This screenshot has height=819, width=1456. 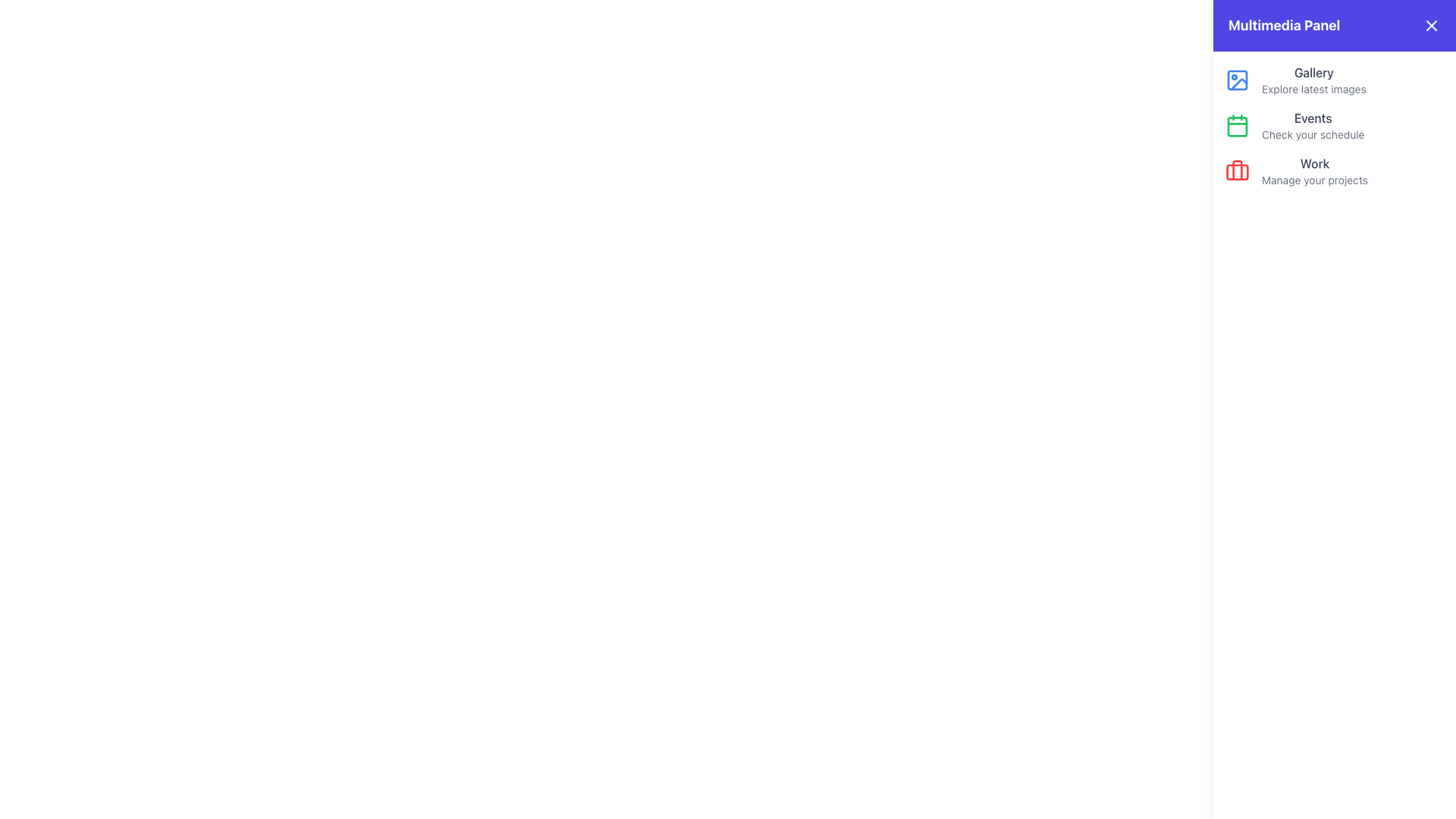 What do you see at coordinates (1238, 84) in the screenshot?
I see `the blue diagonal line icon that is part of the 'Gallery' image icon located in the top section of the right-side menu panel` at bounding box center [1238, 84].